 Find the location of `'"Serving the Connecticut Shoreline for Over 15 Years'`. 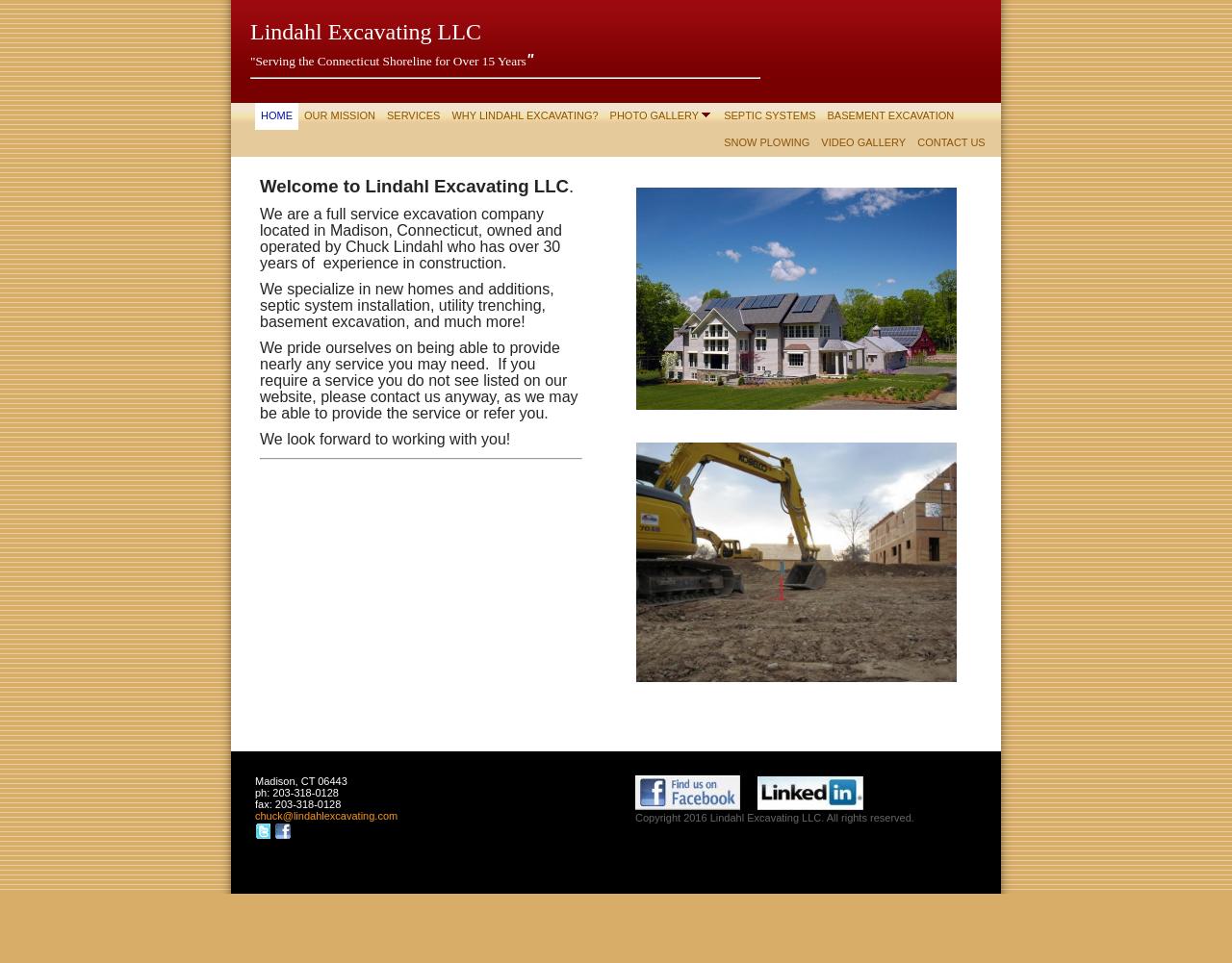

'"Serving the Connecticut Shoreline for Over 15 Years' is located at coordinates (248, 61).